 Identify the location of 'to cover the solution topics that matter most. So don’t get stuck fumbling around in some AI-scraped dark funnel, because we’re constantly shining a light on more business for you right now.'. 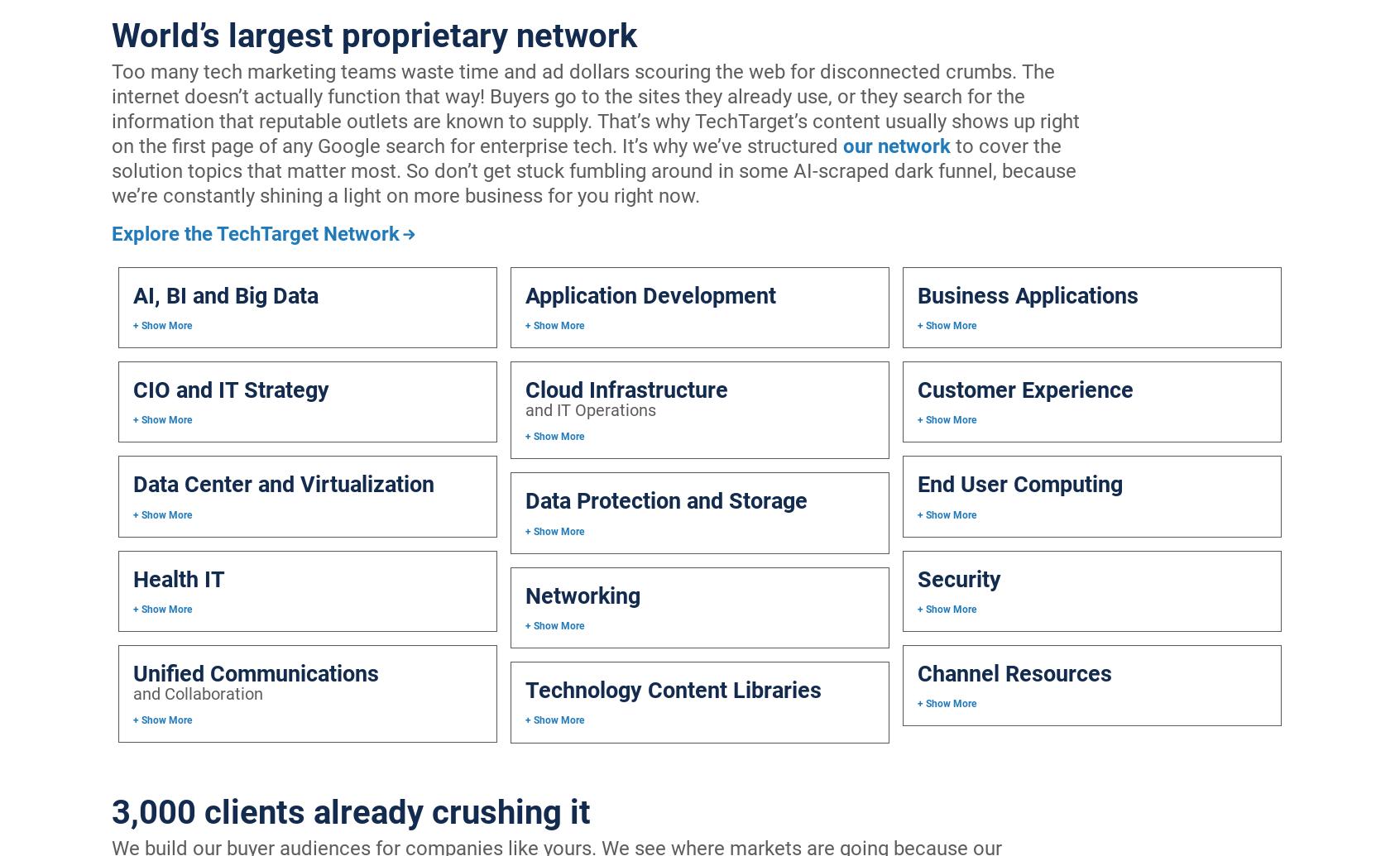
(592, 171).